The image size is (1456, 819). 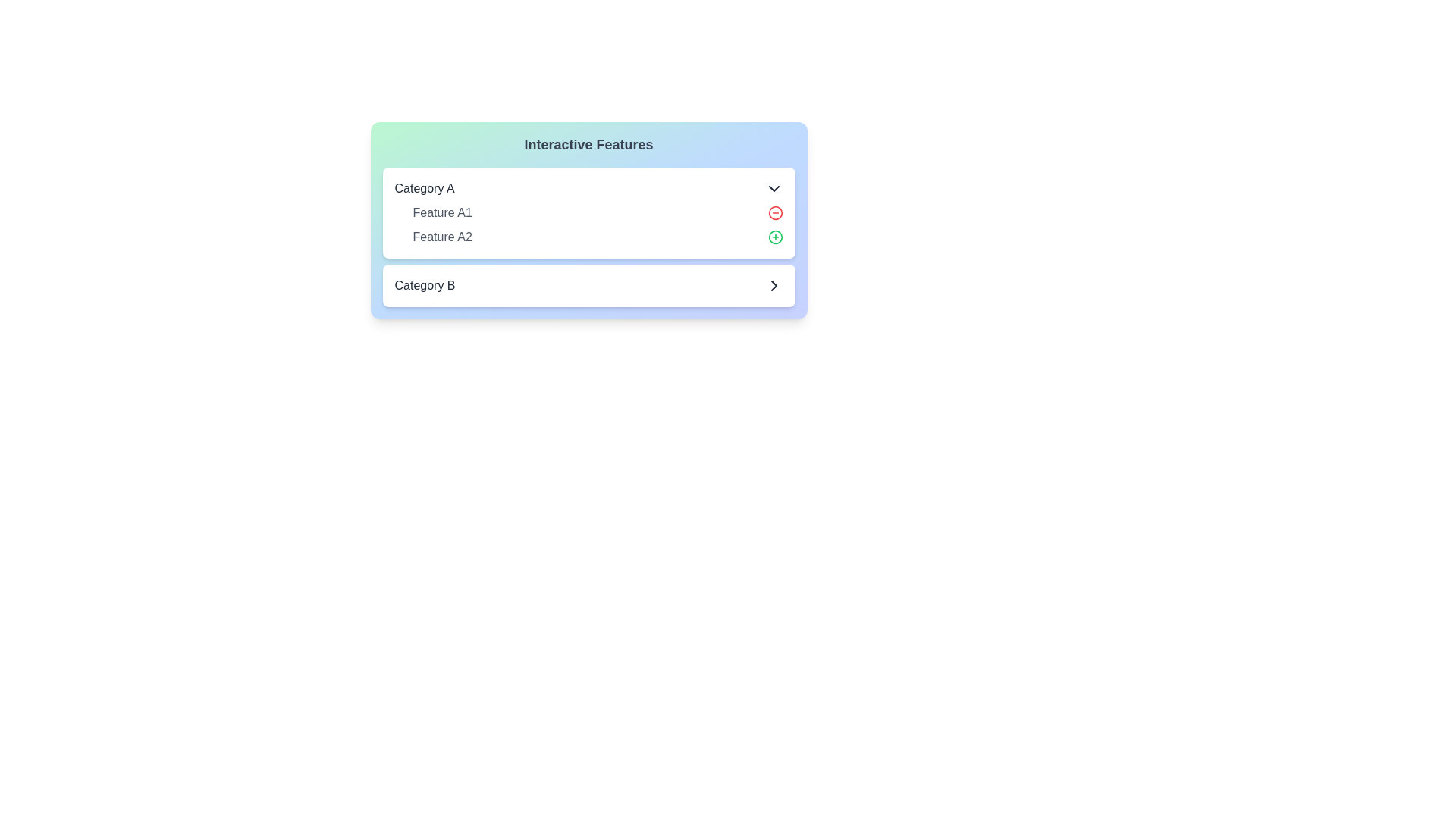 I want to click on the right-pointing chevron icon used for navigation located at the rightmost side of 'Category B' for interaction feedback, so click(x=773, y=286).